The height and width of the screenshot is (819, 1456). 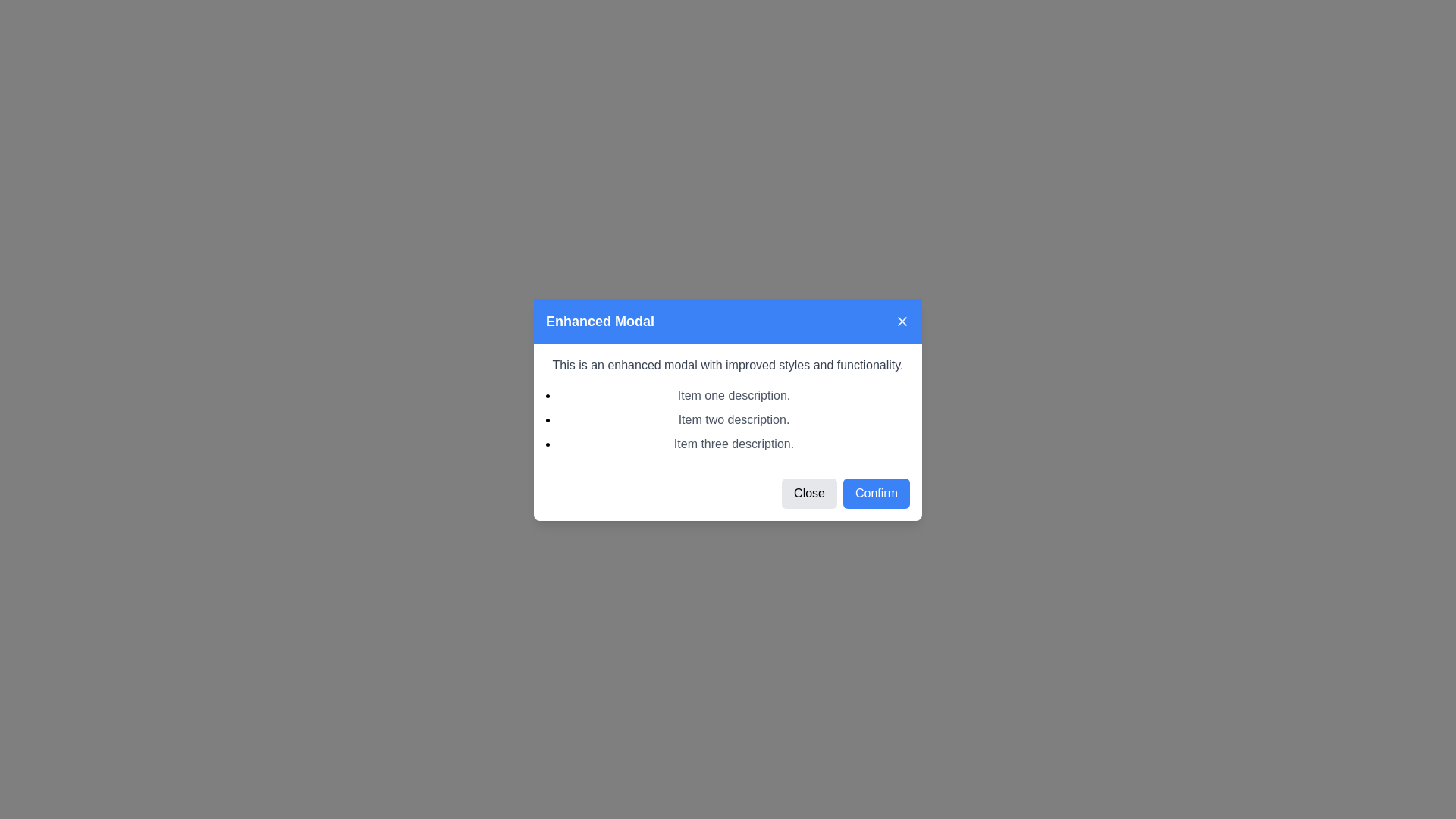 What do you see at coordinates (728, 365) in the screenshot?
I see `the static text element that reads 'This is an enhanced modal with improved styles and functionality.' located below the header of the modal dialog box` at bounding box center [728, 365].